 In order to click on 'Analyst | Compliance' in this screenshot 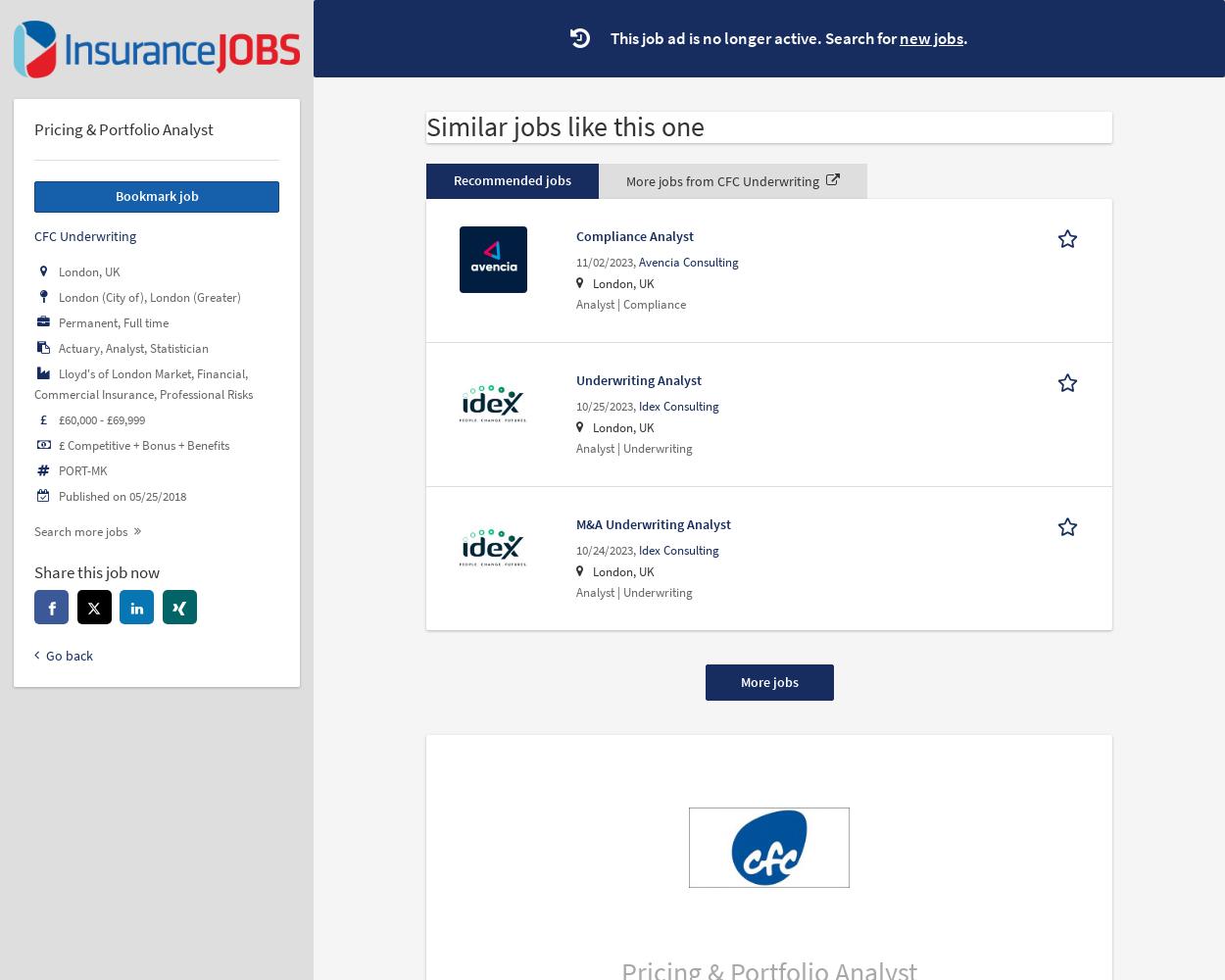, I will do `click(574, 303)`.